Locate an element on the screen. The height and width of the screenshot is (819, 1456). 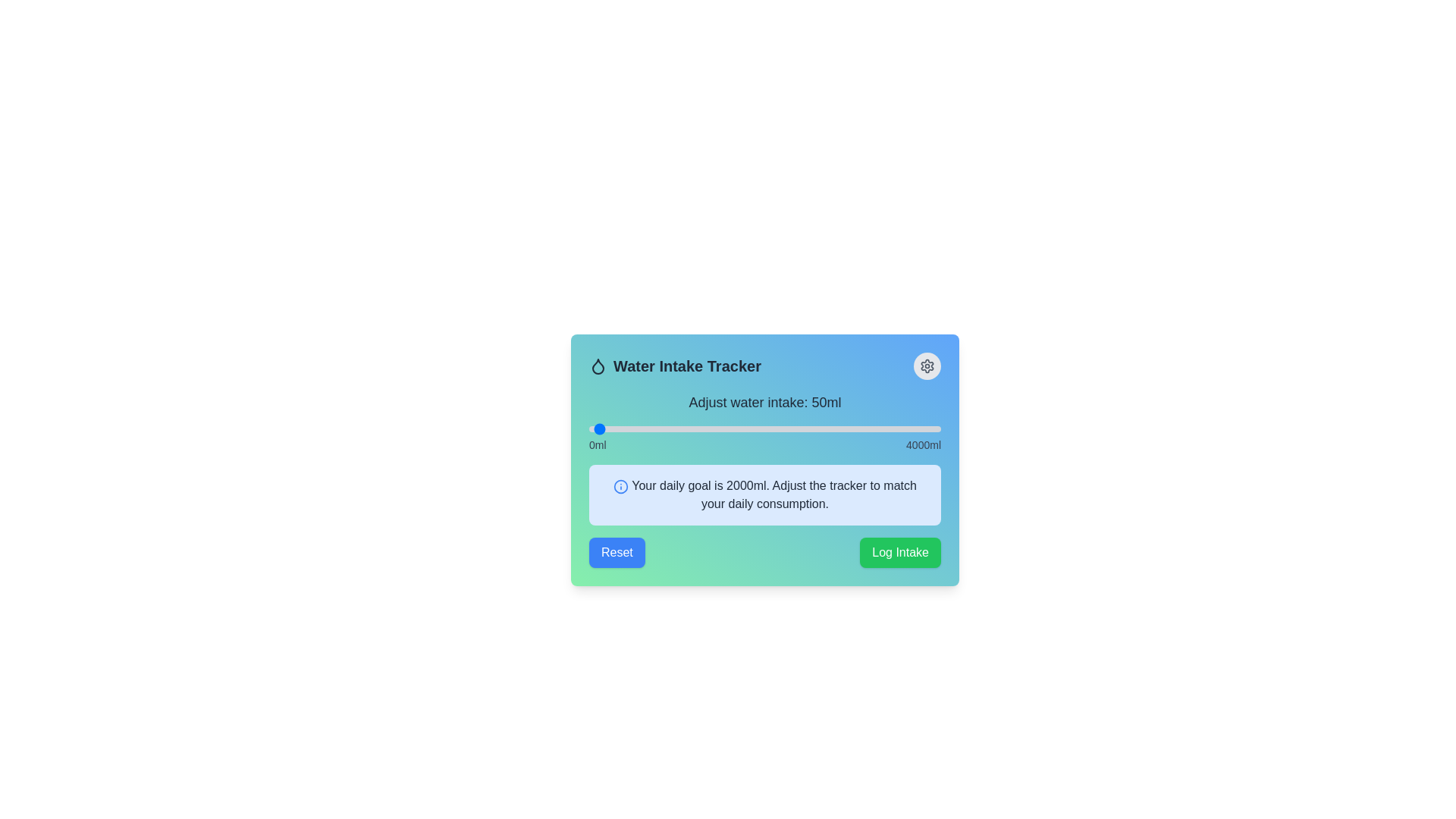
the circular settings button located at the top-right corner of the 'Water Intake Tracker' section, which has a light grey background and a dark grey gear icon is located at coordinates (927, 366).